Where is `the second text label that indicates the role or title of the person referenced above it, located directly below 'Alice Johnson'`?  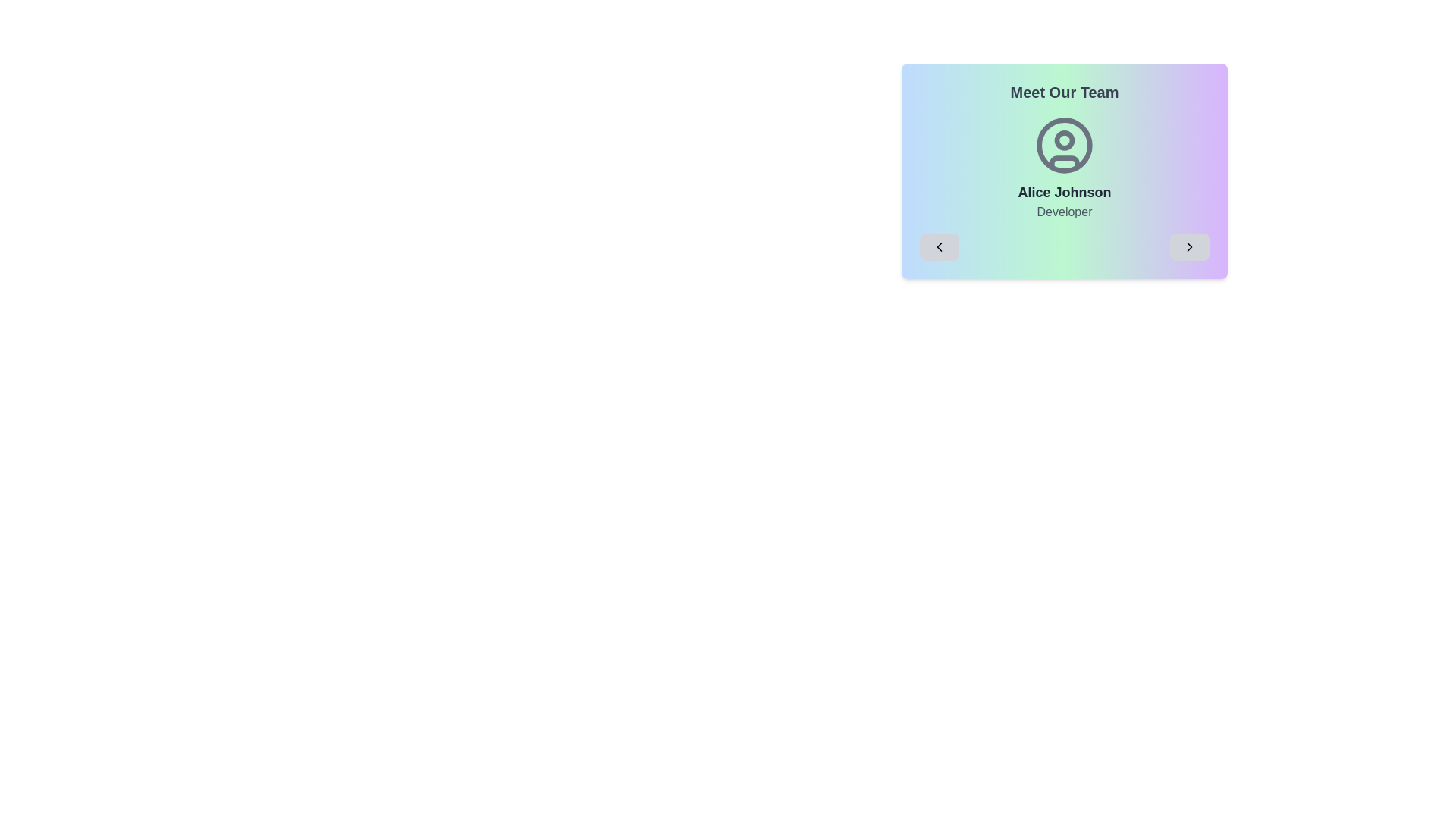
the second text label that indicates the role or title of the person referenced above it, located directly below 'Alice Johnson' is located at coordinates (1063, 212).